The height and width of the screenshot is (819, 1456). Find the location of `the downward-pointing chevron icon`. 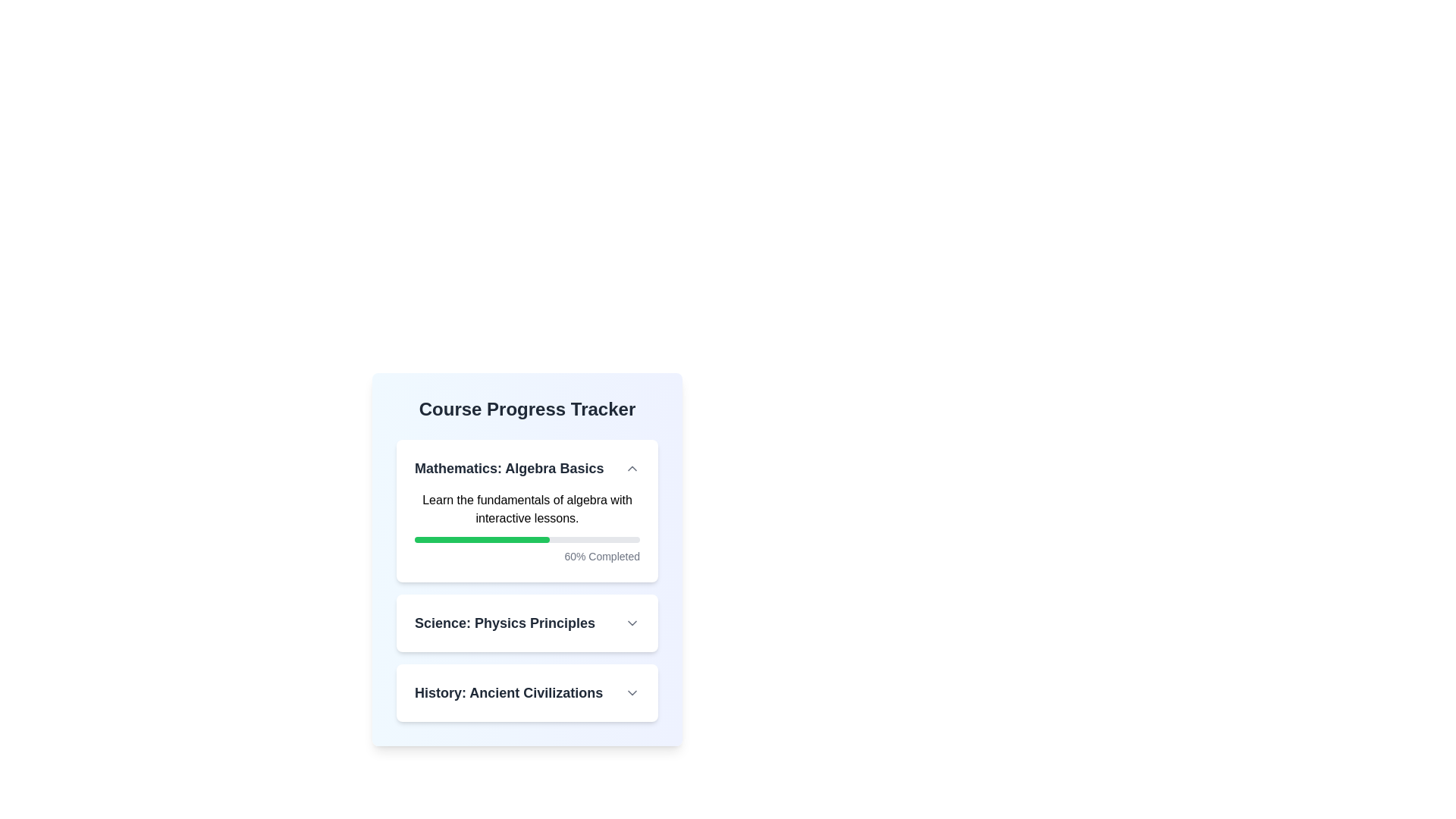

the downward-pointing chevron icon is located at coordinates (632, 623).